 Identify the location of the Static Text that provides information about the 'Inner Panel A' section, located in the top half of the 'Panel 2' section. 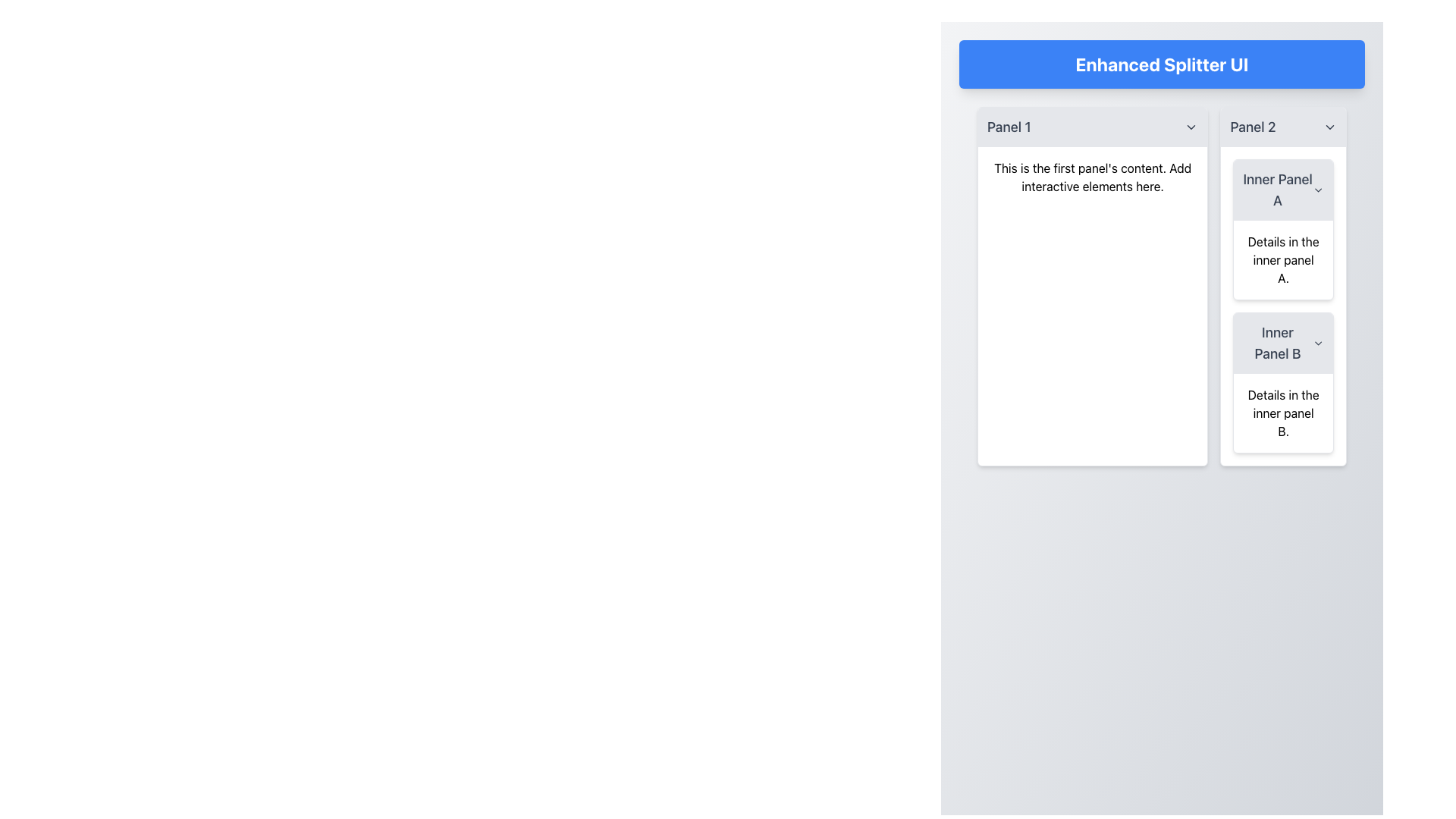
(1282, 259).